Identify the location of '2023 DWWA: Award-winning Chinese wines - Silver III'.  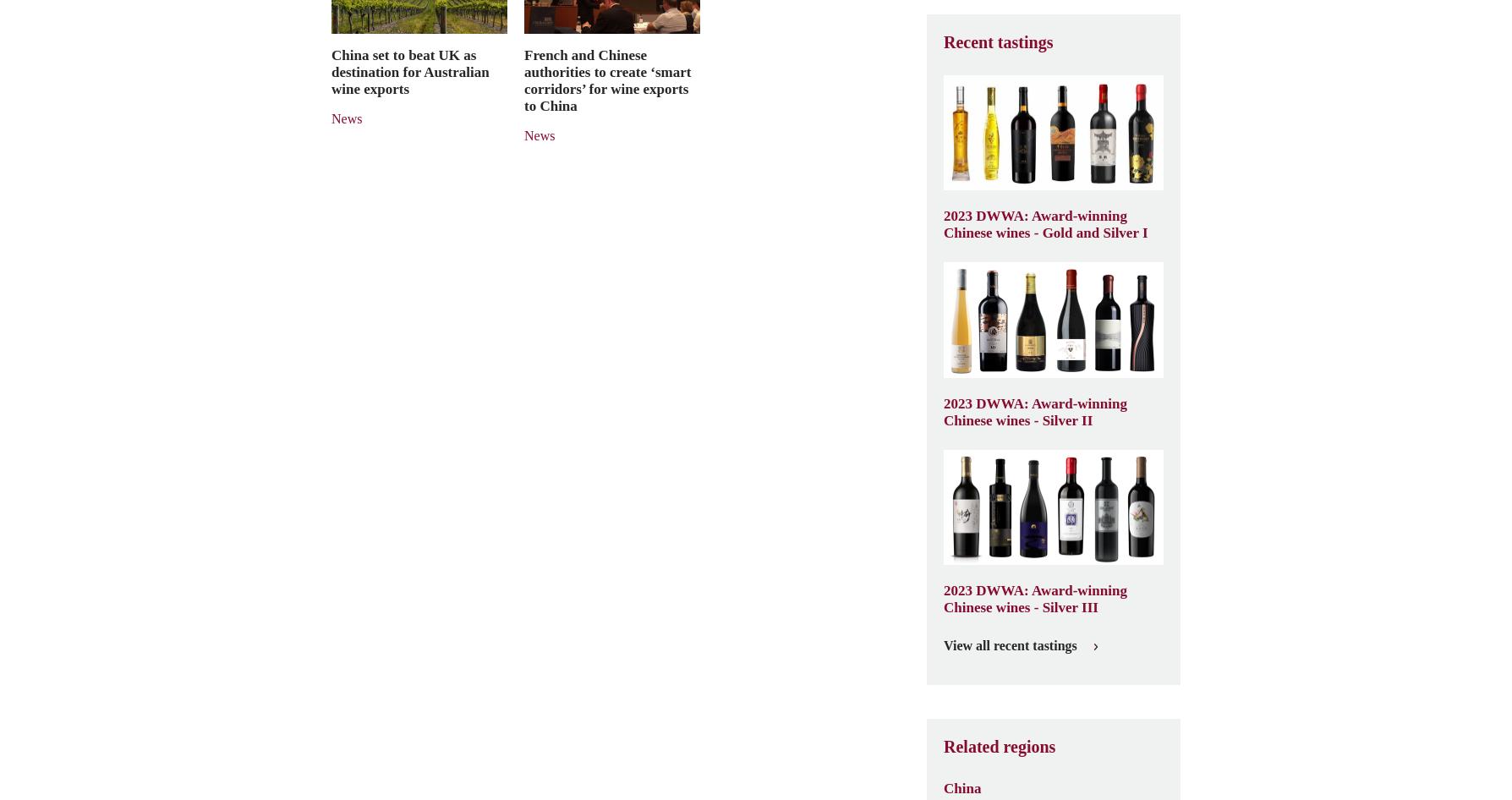
(1034, 598).